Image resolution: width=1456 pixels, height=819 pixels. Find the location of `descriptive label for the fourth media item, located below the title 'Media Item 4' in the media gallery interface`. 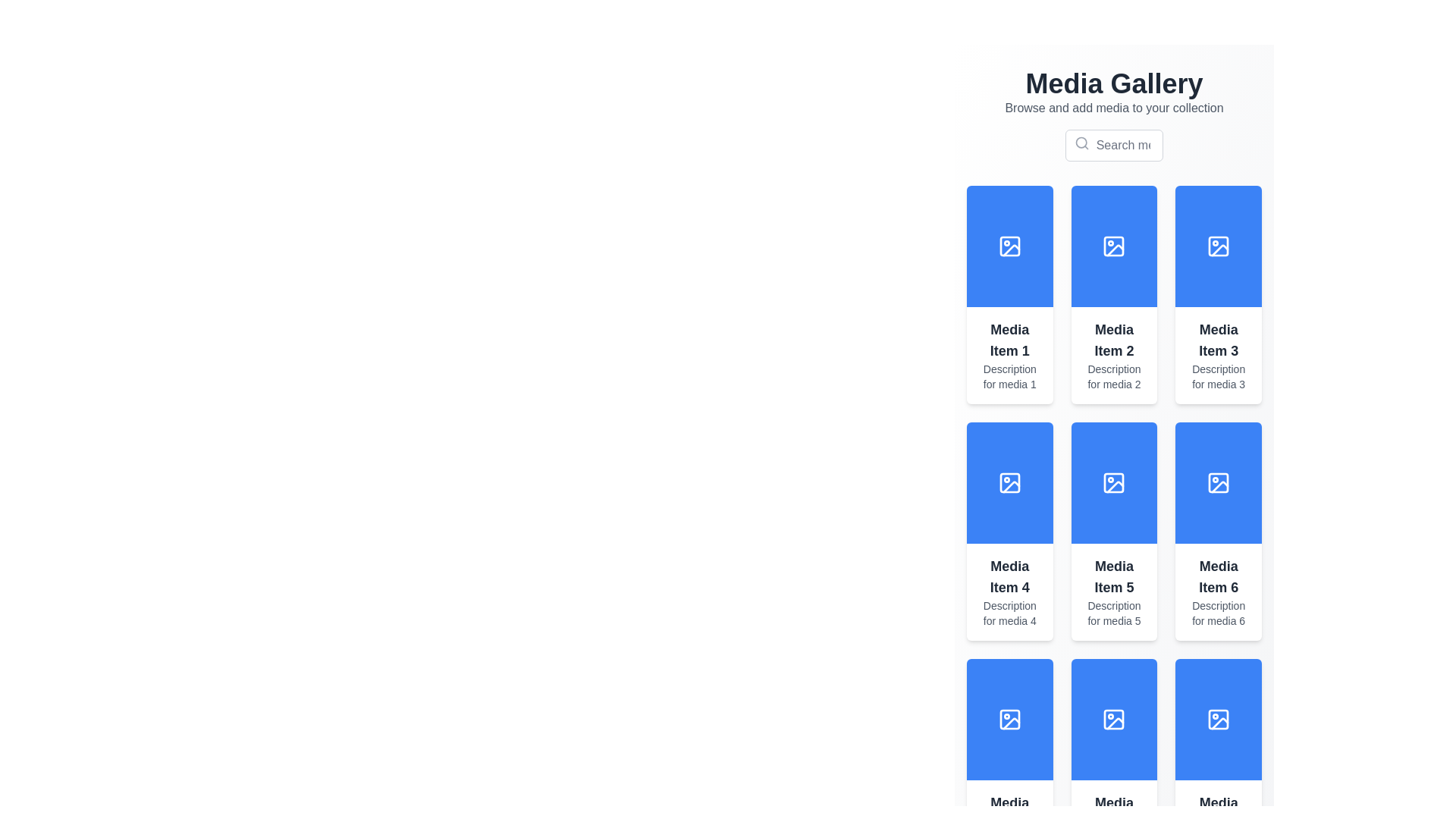

descriptive label for the fourth media item, located below the title 'Media Item 4' in the media gallery interface is located at coordinates (1009, 613).